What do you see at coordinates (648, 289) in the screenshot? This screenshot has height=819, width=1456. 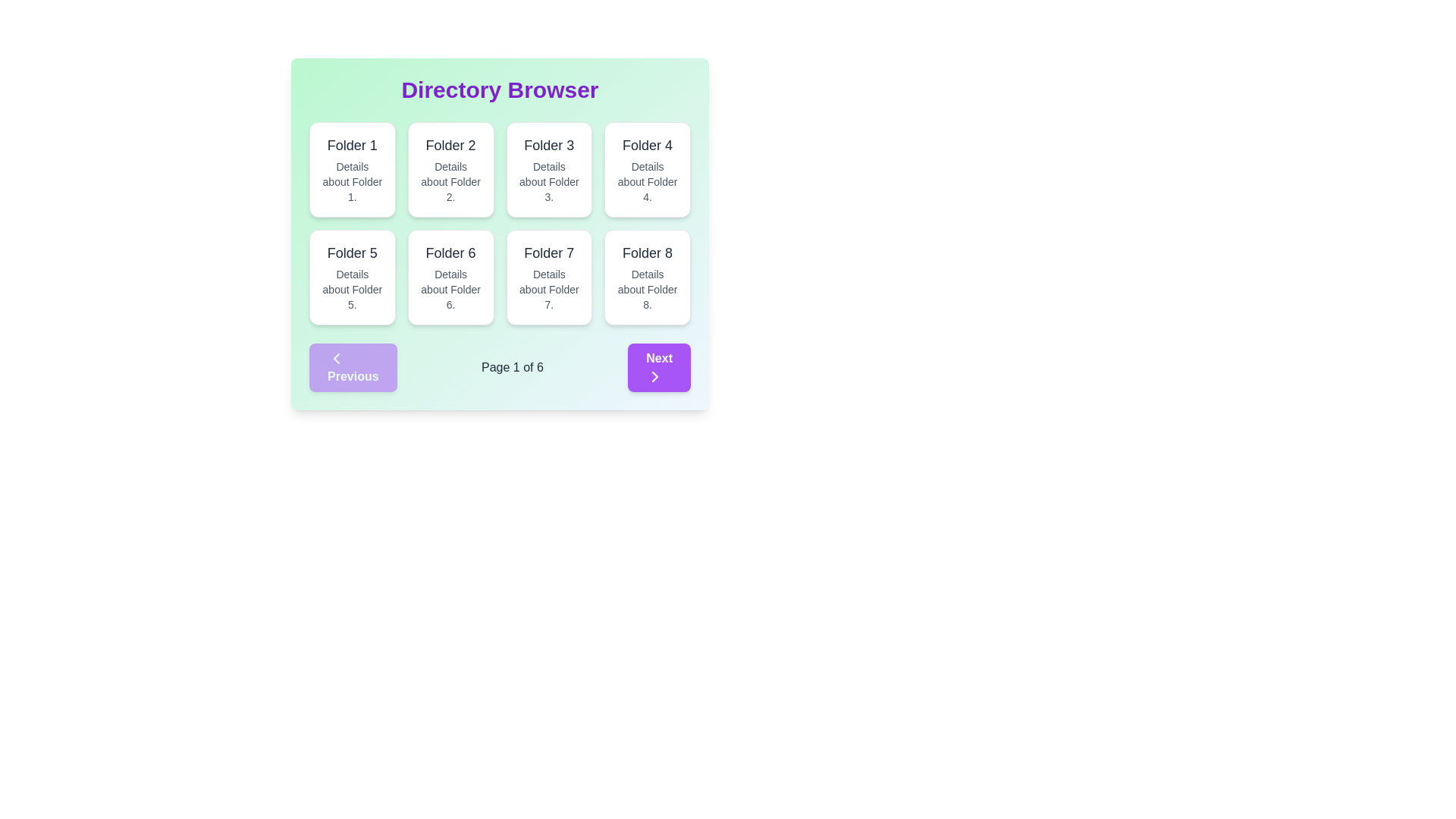 I see `the static text label providing information about 'Folder 8', located in the lower section of the eighth folder card` at bounding box center [648, 289].